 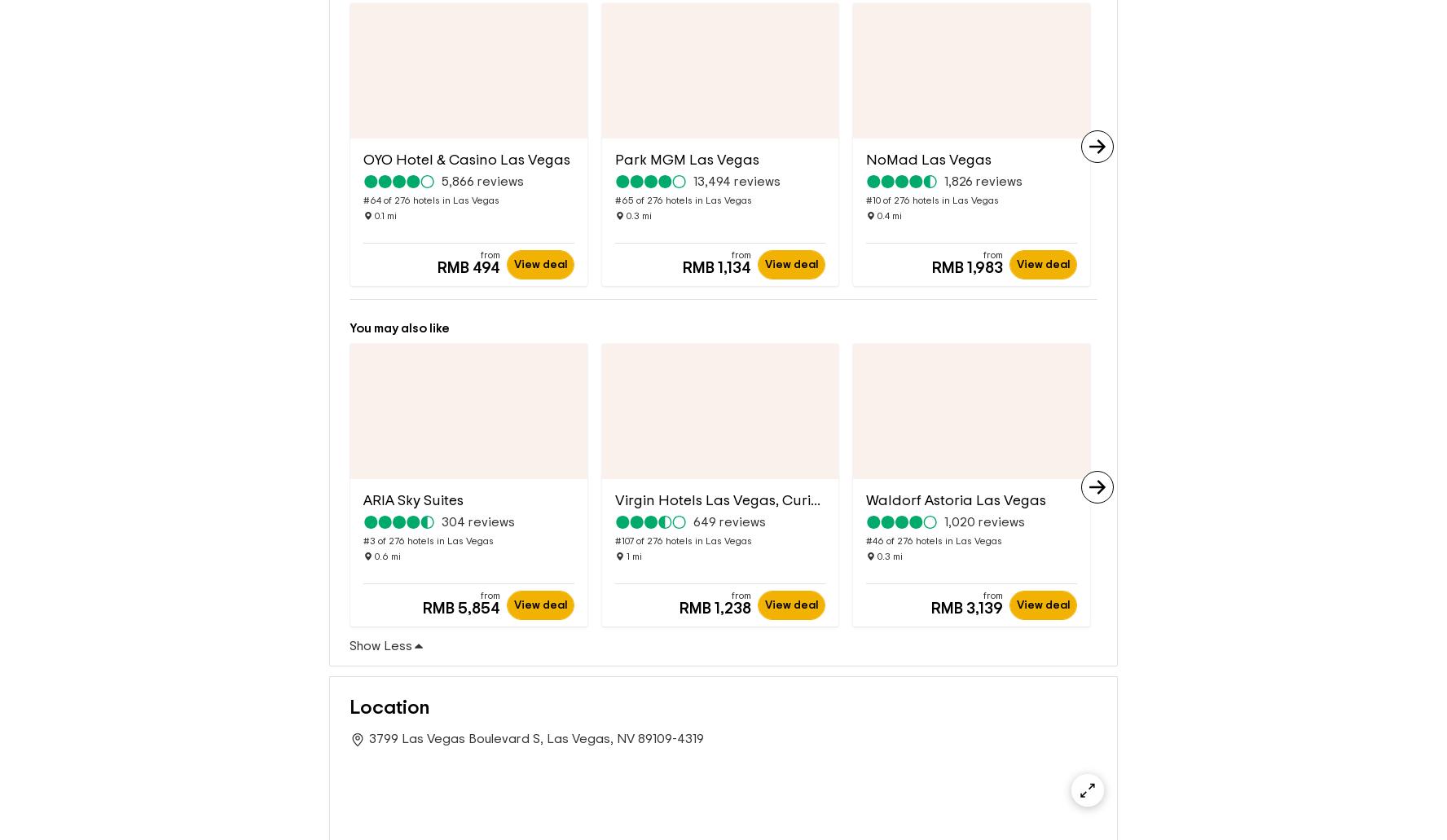 I want to click on 'OYO Hotel & Casino Las Vegas', so click(x=362, y=133).